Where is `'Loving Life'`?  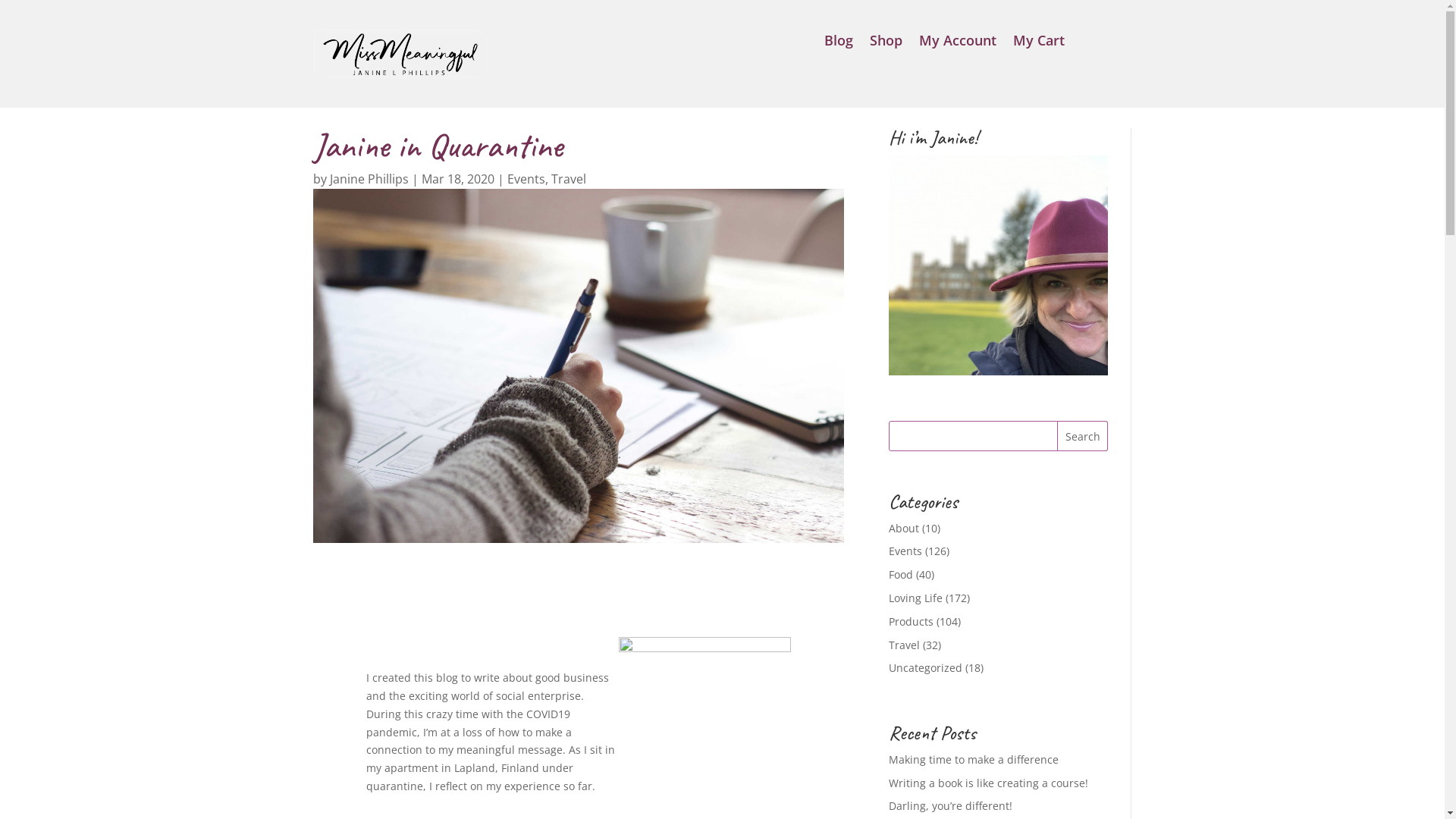
'Loving Life' is located at coordinates (915, 597).